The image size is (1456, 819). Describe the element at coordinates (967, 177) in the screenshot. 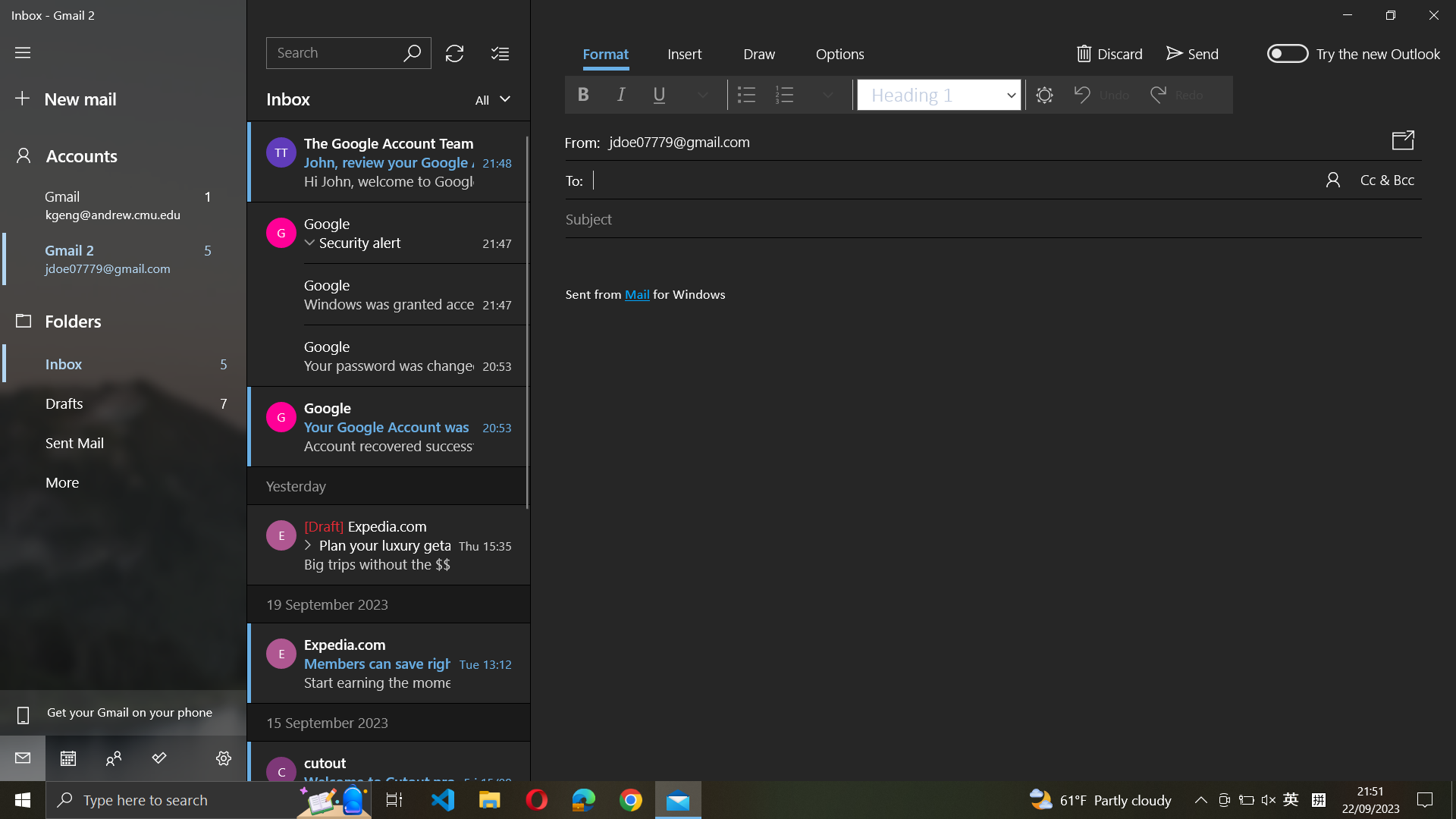

I see `Enter "xyz@gmail.com" in the recipient field` at that location.